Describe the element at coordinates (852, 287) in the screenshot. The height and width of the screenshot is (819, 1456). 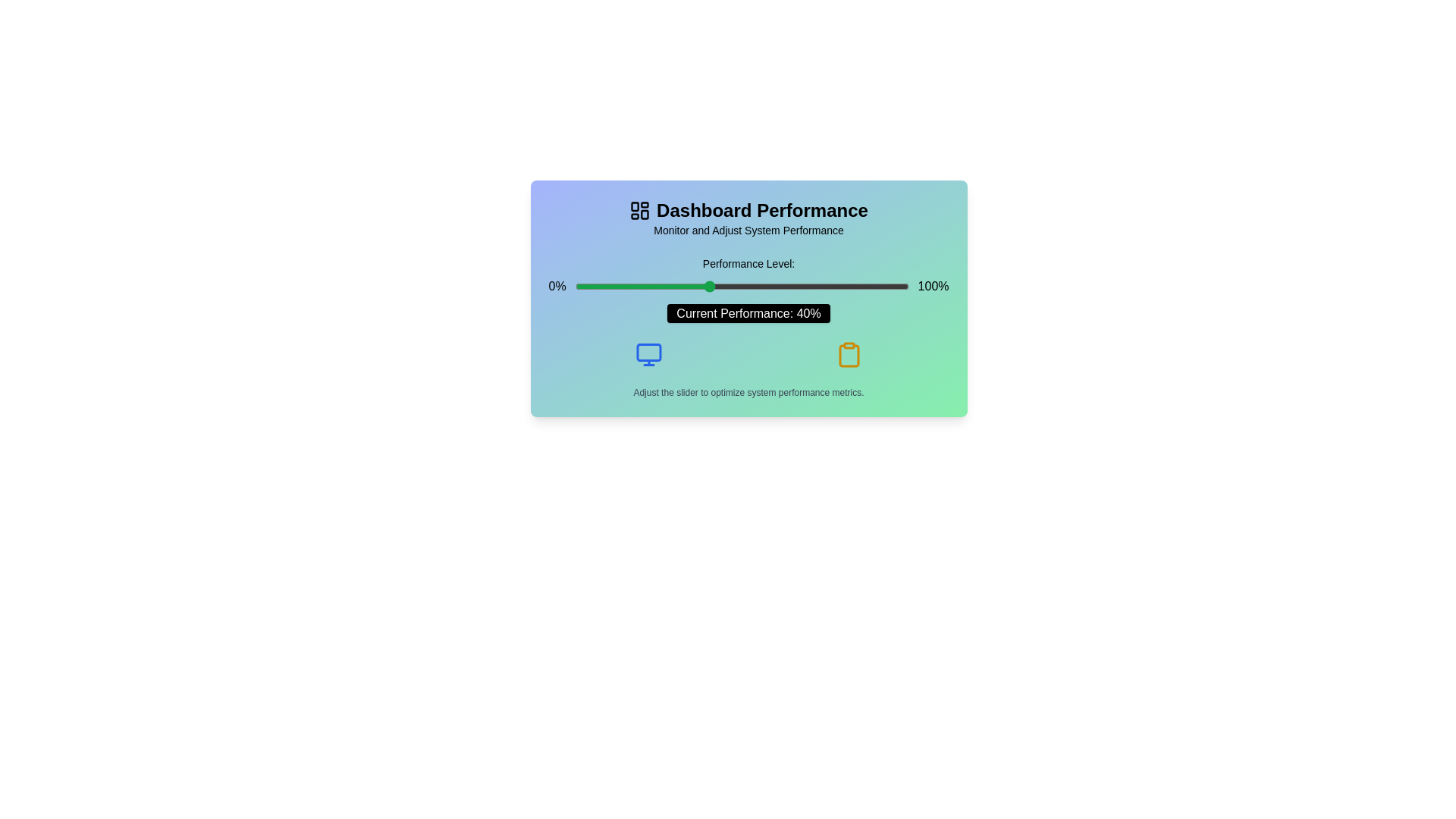
I see `the slider to set the performance level to 83%` at that location.